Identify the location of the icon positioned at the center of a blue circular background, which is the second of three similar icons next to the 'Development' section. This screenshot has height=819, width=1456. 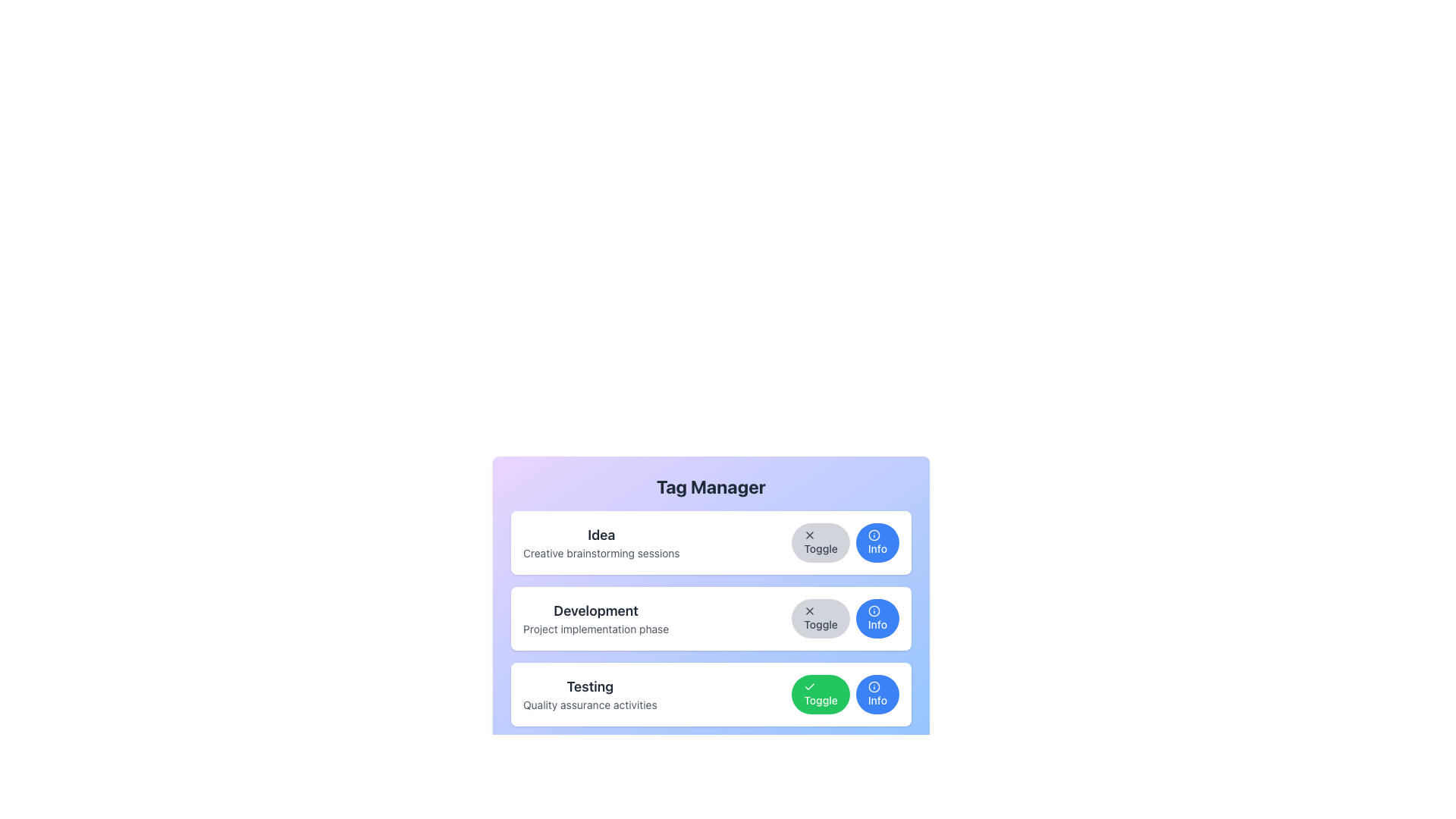
(874, 610).